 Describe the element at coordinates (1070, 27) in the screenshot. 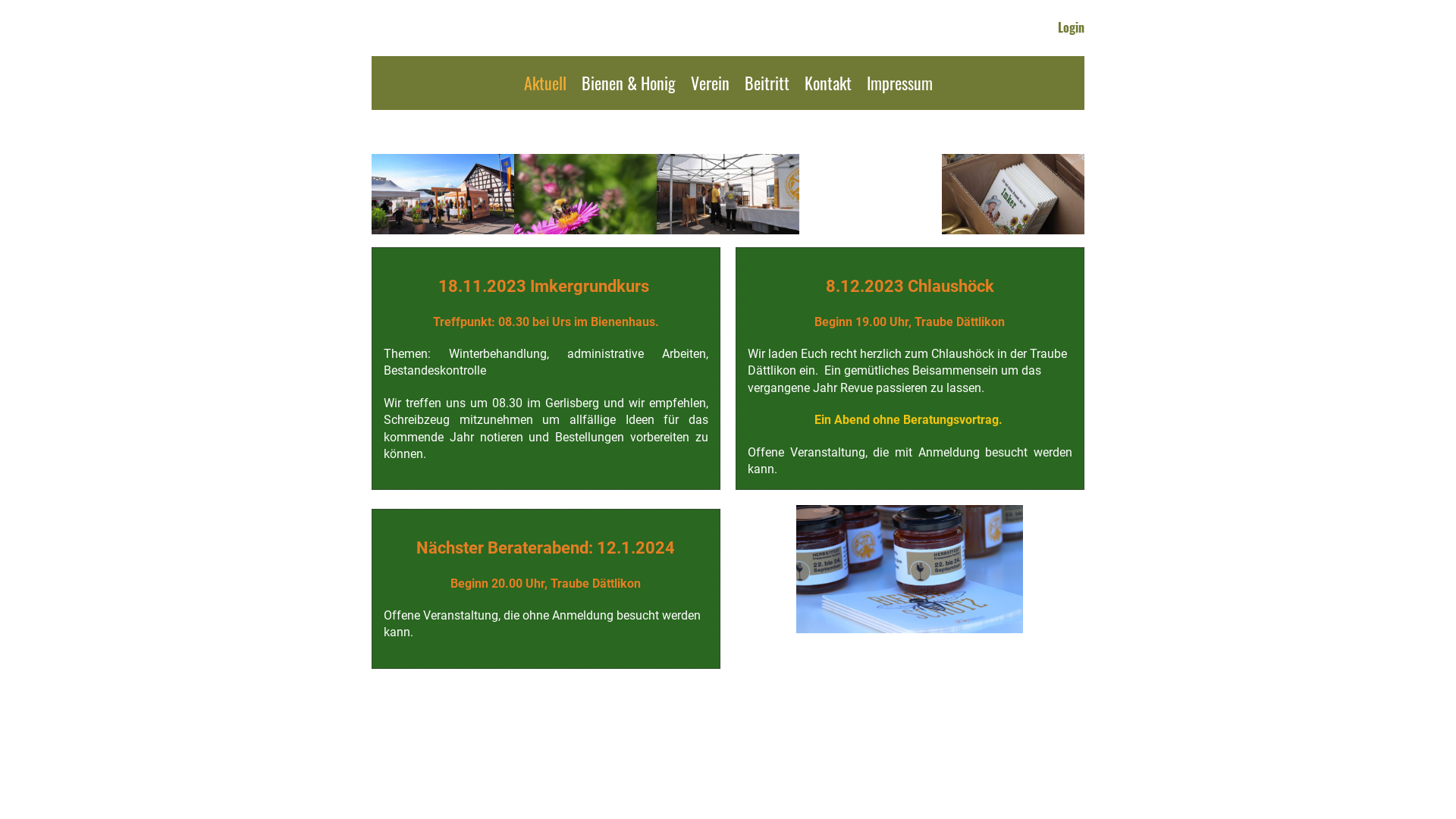

I see `'Login'` at that location.